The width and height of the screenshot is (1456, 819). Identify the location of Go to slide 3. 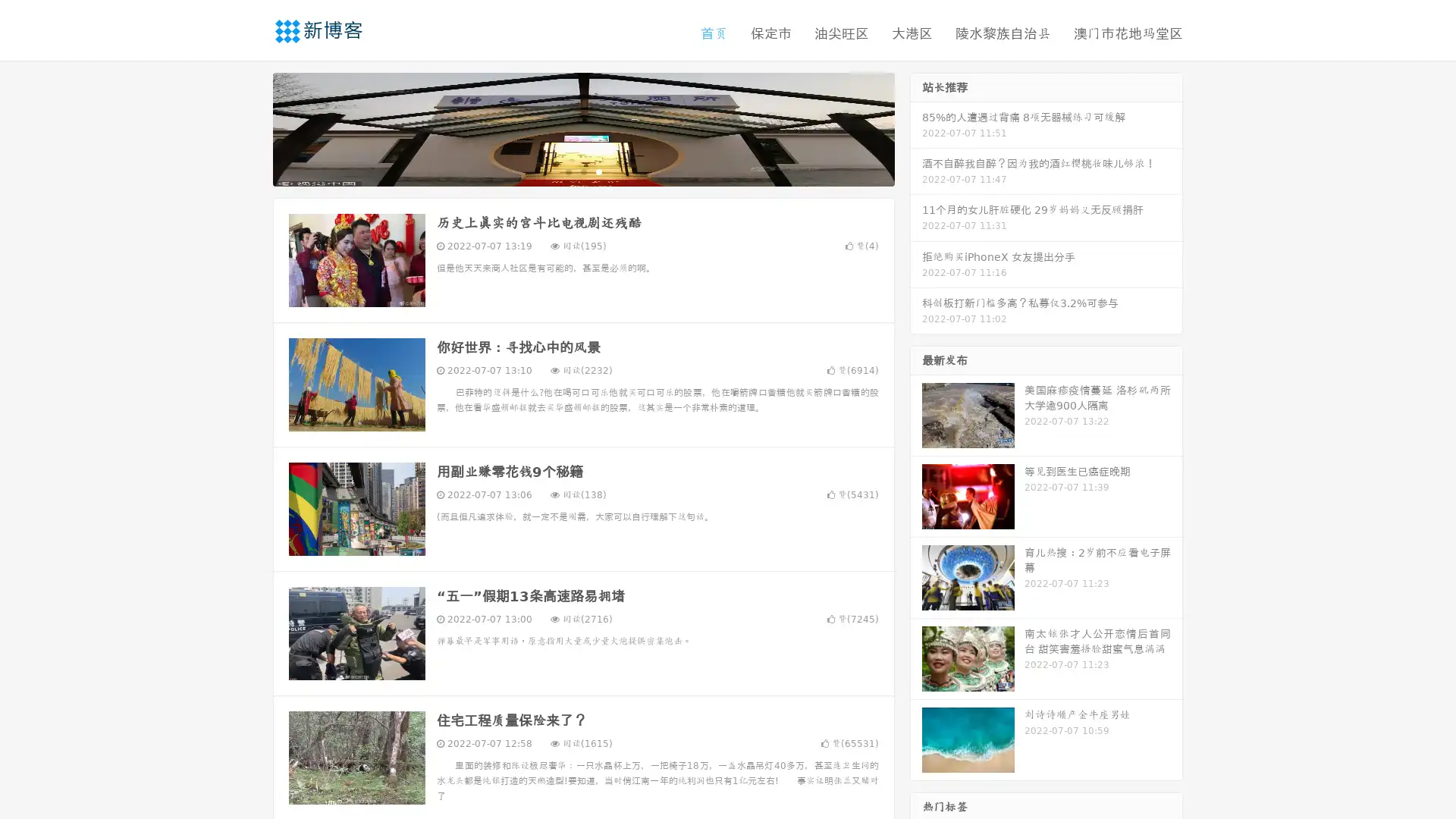
(598, 171).